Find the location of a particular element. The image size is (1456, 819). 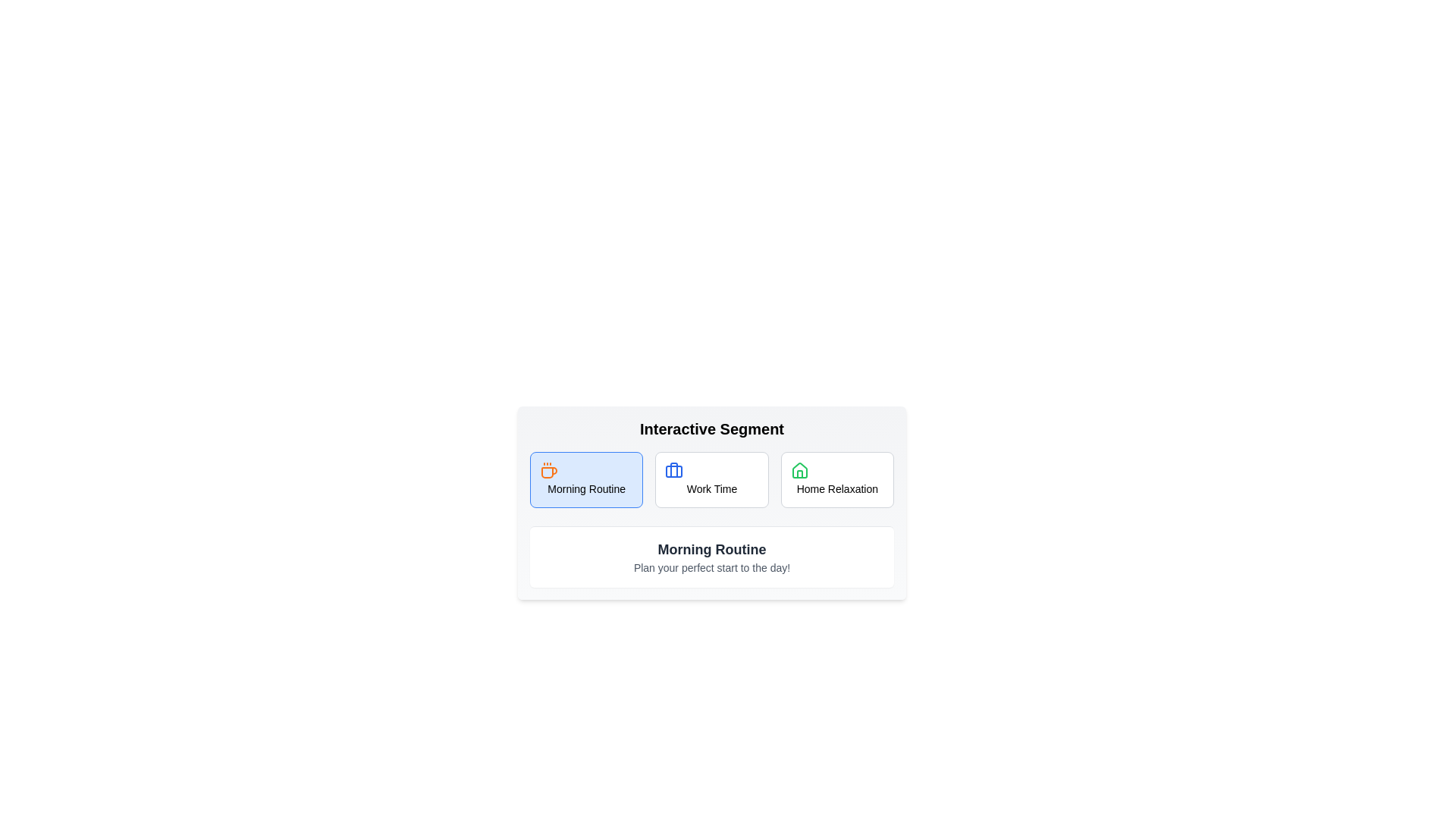

the rounded blue button labeled 'Morning Routine' that contains the orange coffee cup icon is located at coordinates (548, 470).